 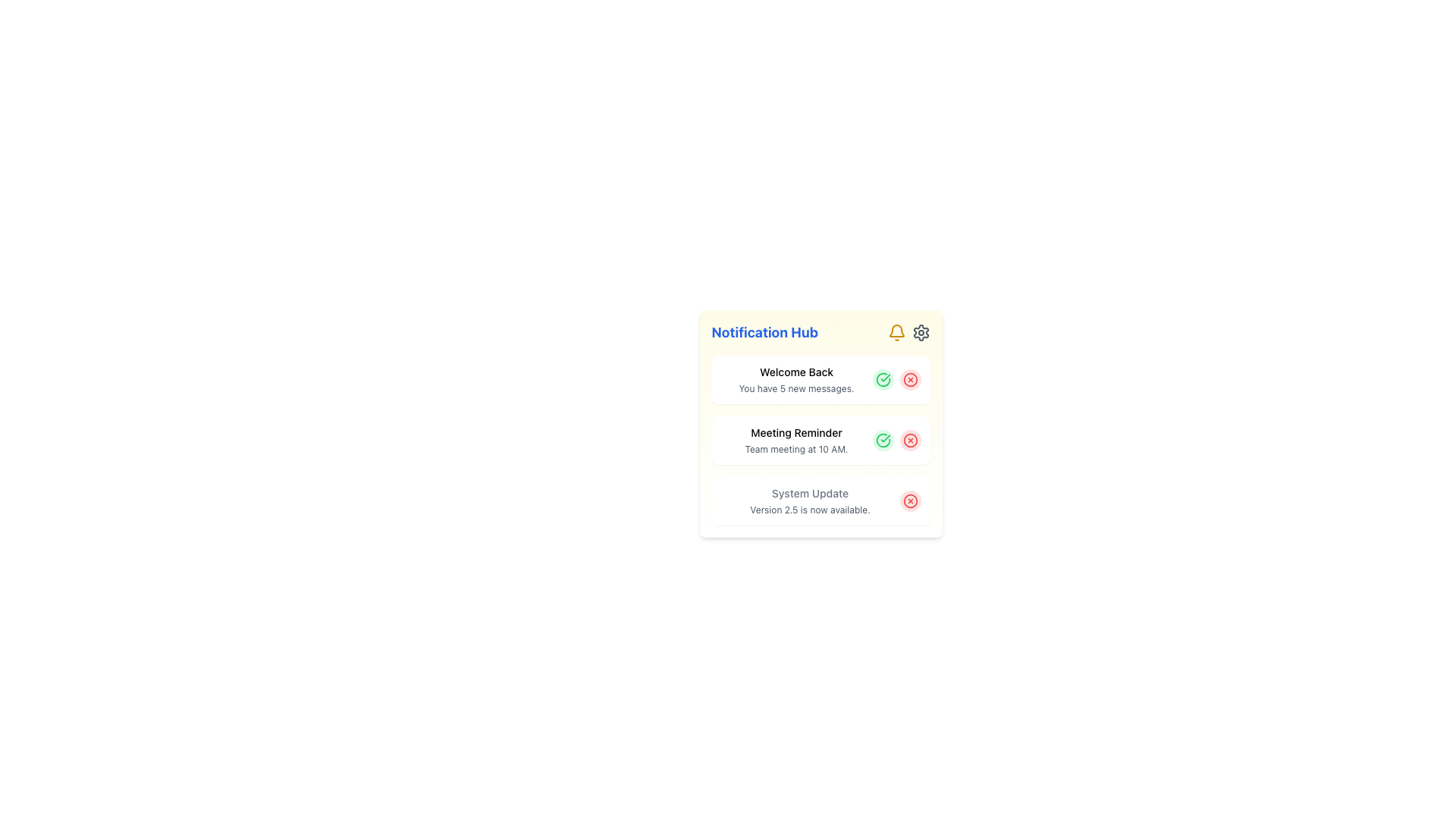 What do you see at coordinates (883, 379) in the screenshot?
I see `the circular icon with a green border and a green check mark, located to the right of the second item in the 'Meeting Reminder' list` at bounding box center [883, 379].